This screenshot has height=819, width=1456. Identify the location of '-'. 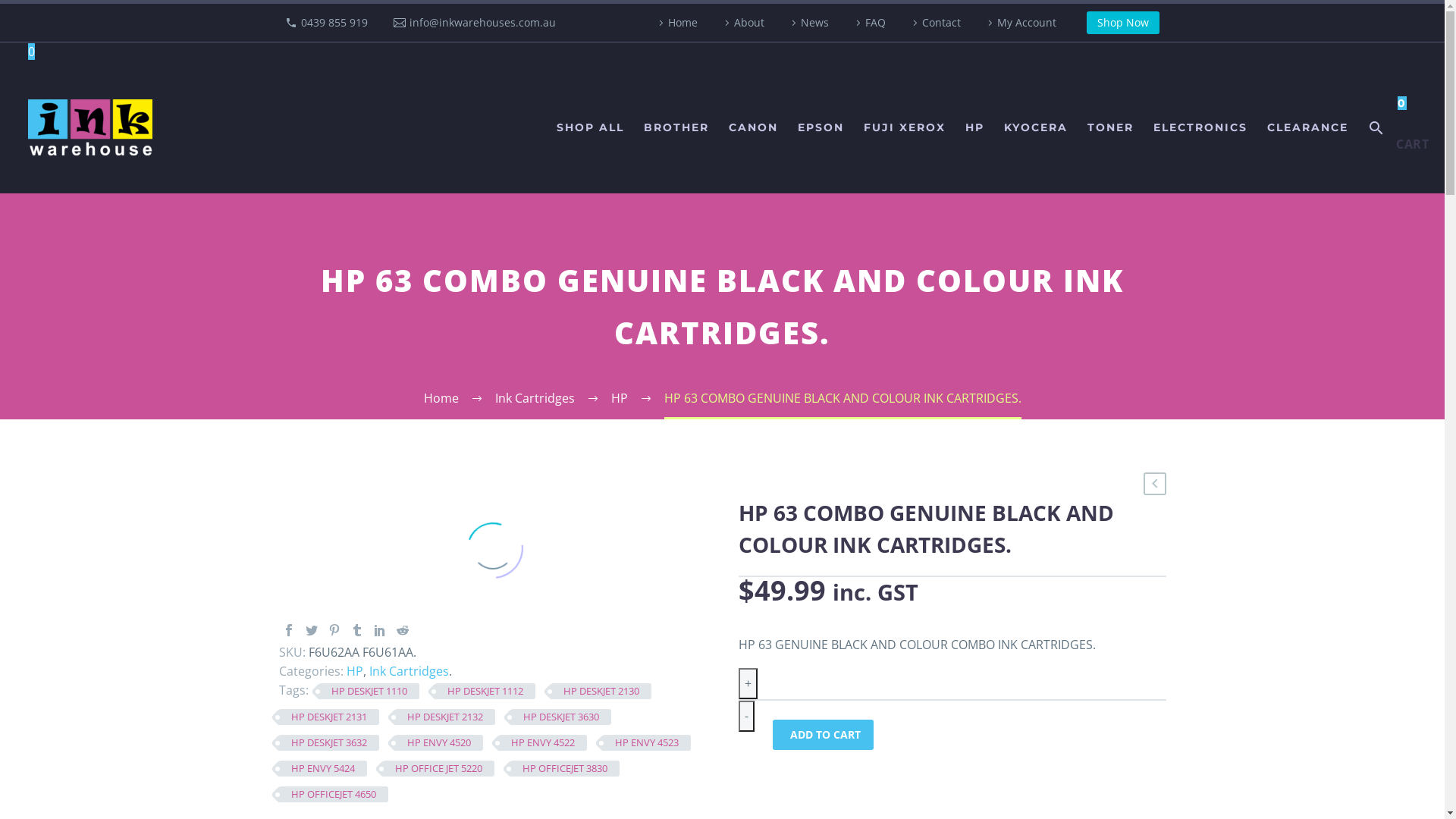
(746, 716).